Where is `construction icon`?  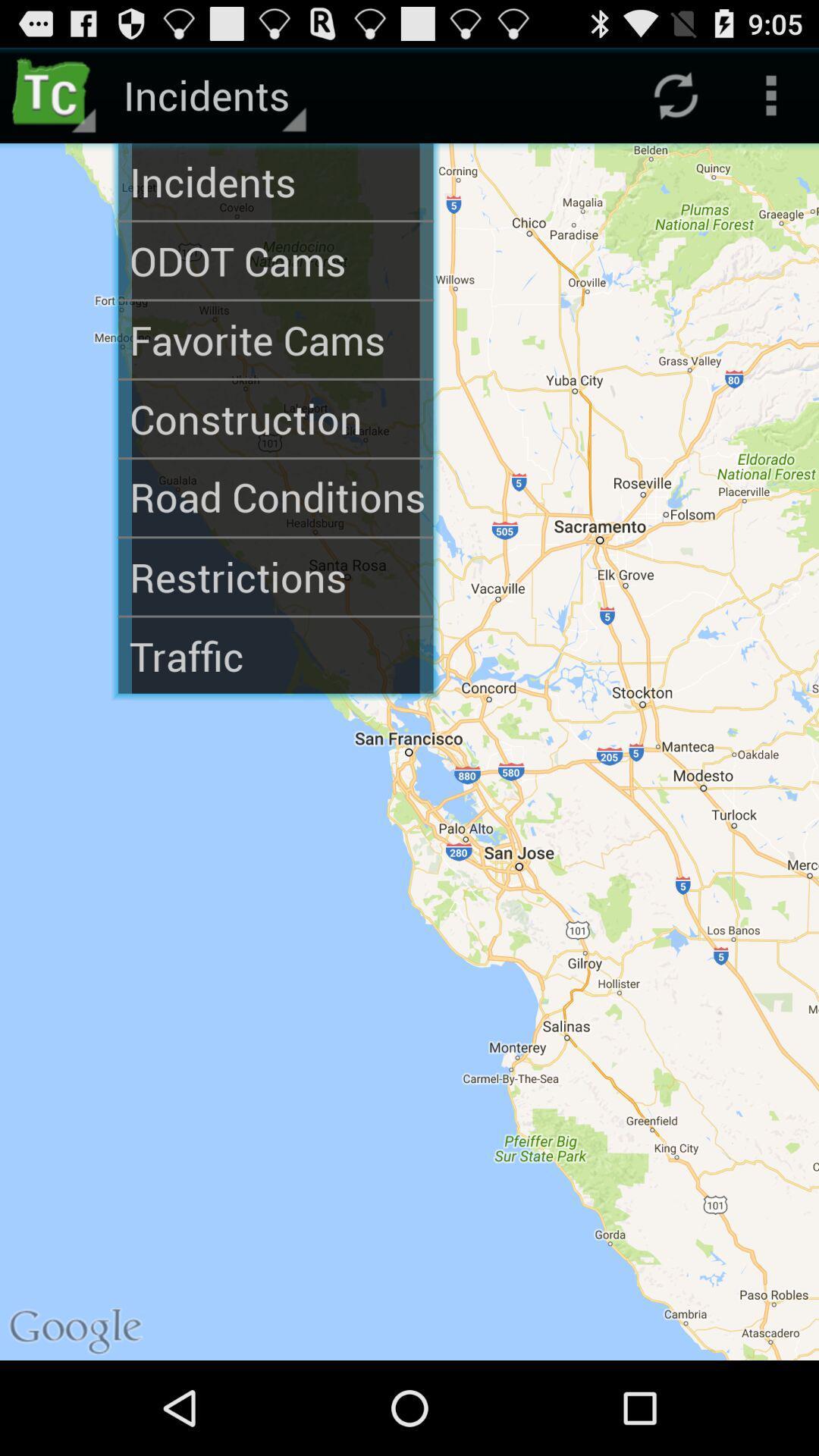 construction icon is located at coordinates (275, 419).